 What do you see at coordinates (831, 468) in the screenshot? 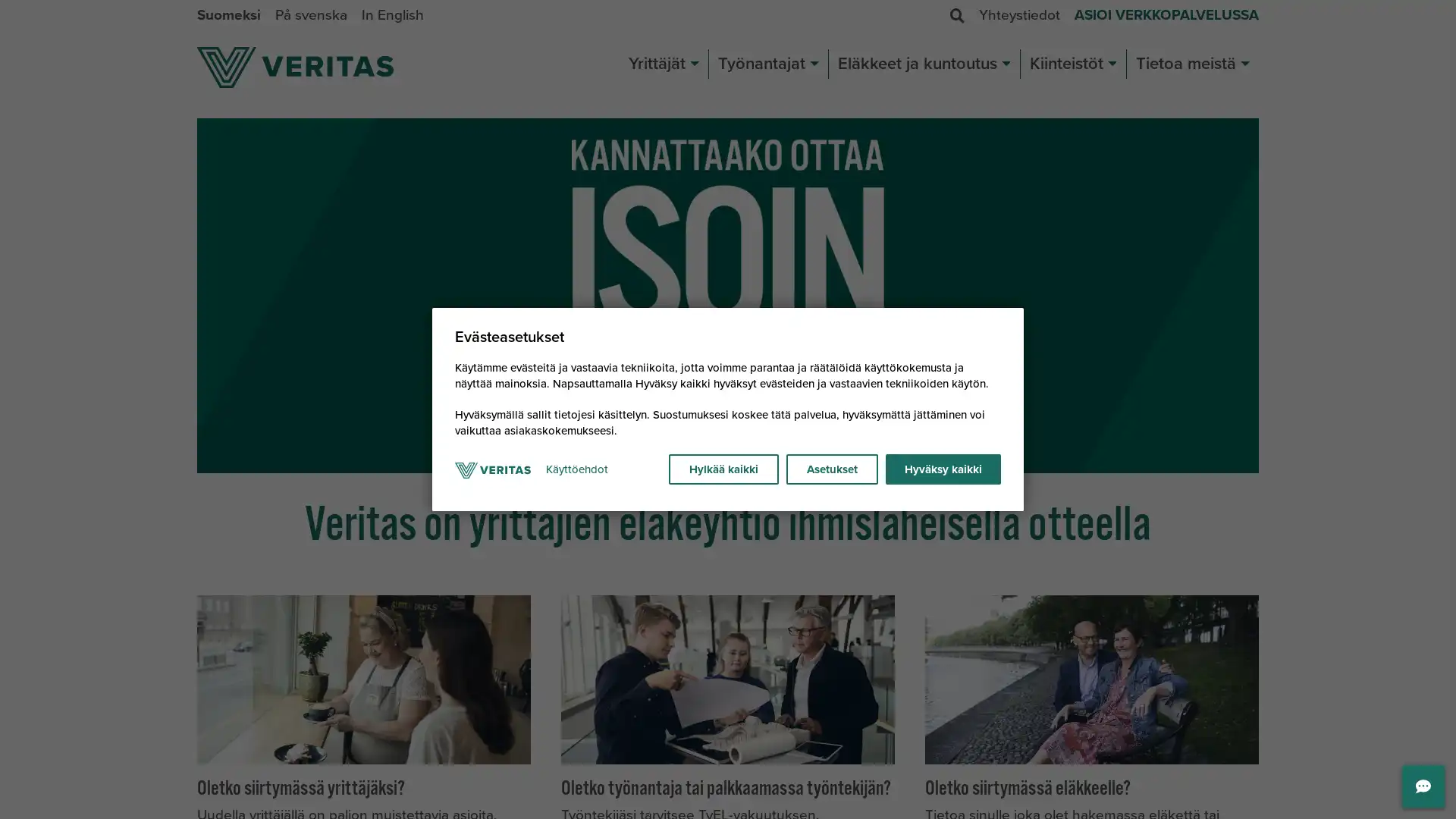
I see `Asetukset` at bounding box center [831, 468].